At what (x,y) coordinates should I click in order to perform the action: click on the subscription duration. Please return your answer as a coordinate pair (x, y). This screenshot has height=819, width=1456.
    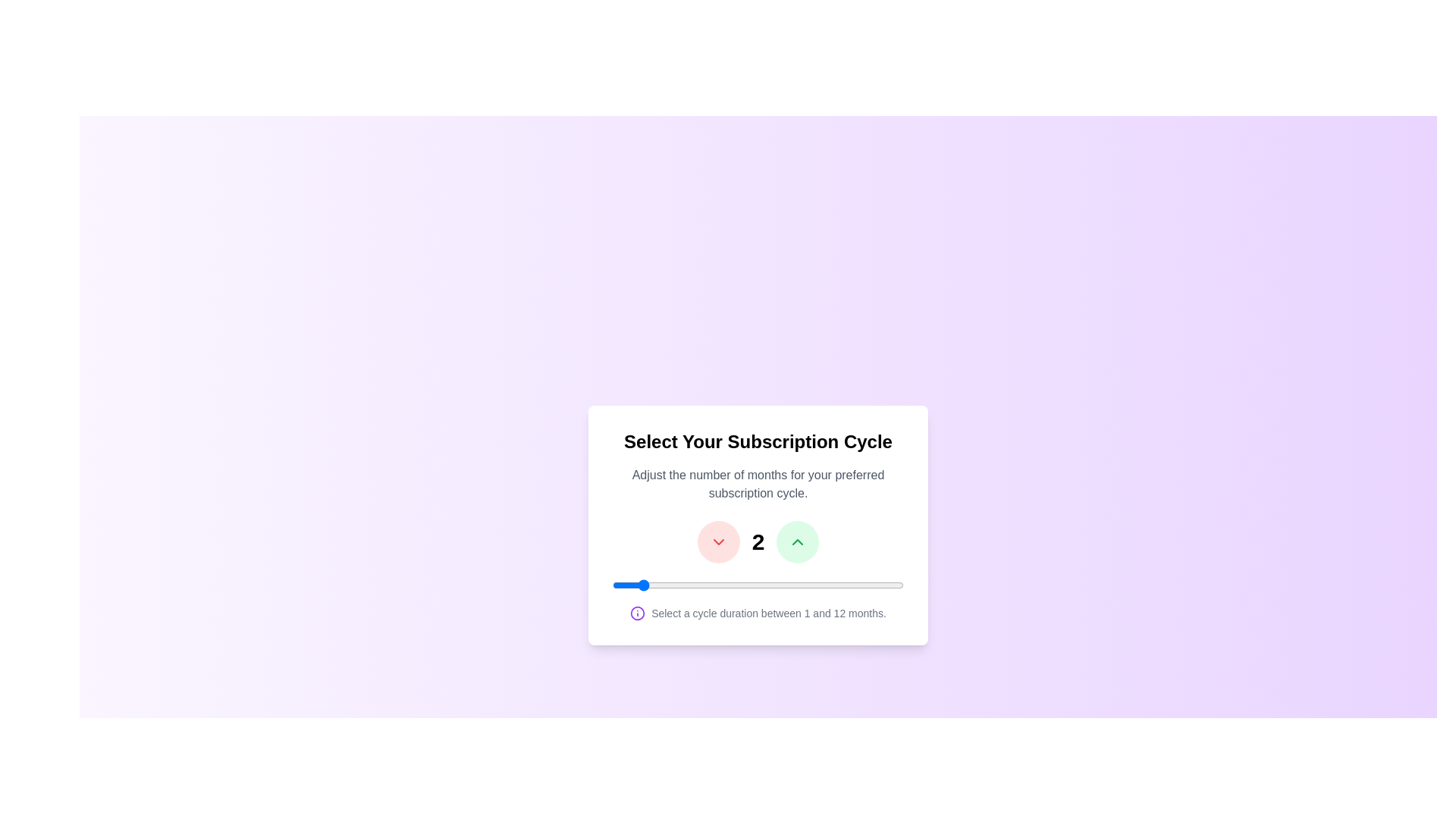
    Looking at the image, I should click on (691, 584).